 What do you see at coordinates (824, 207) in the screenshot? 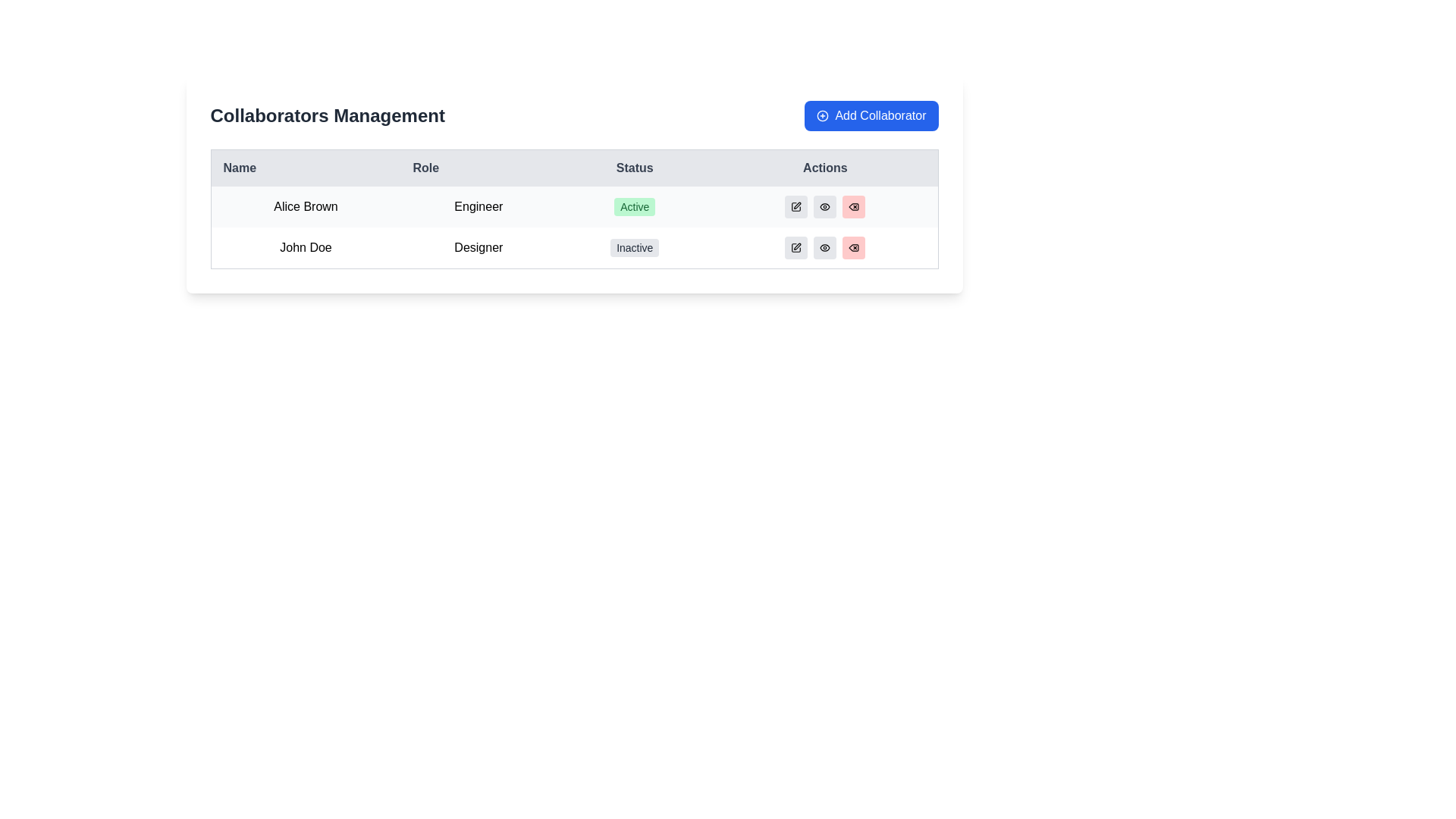
I see `the group of interactive buttons in the 'Actions' column` at bounding box center [824, 207].